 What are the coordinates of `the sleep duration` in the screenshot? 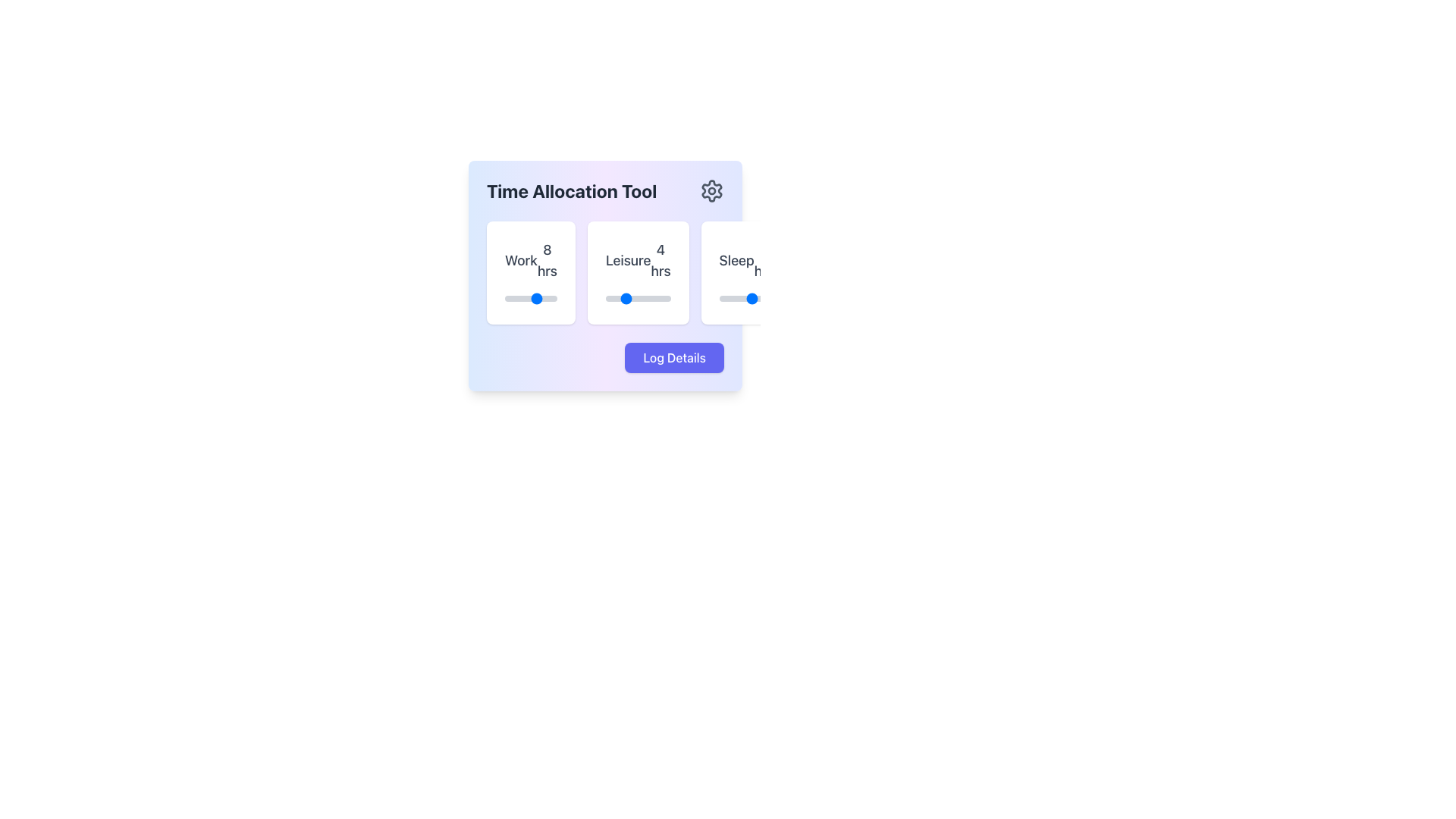 It's located at (744, 298).